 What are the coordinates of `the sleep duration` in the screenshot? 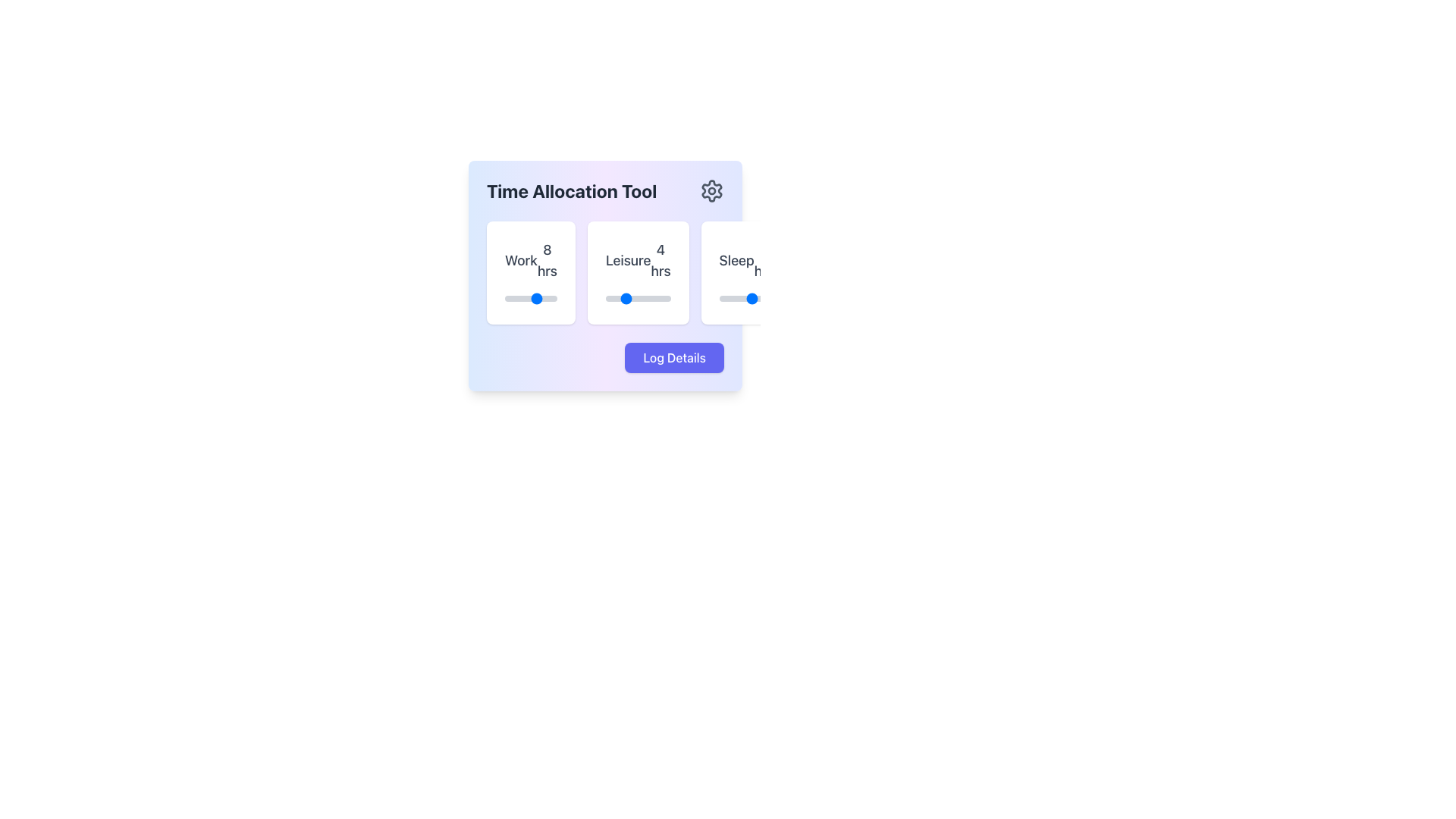 It's located at (744, 298).